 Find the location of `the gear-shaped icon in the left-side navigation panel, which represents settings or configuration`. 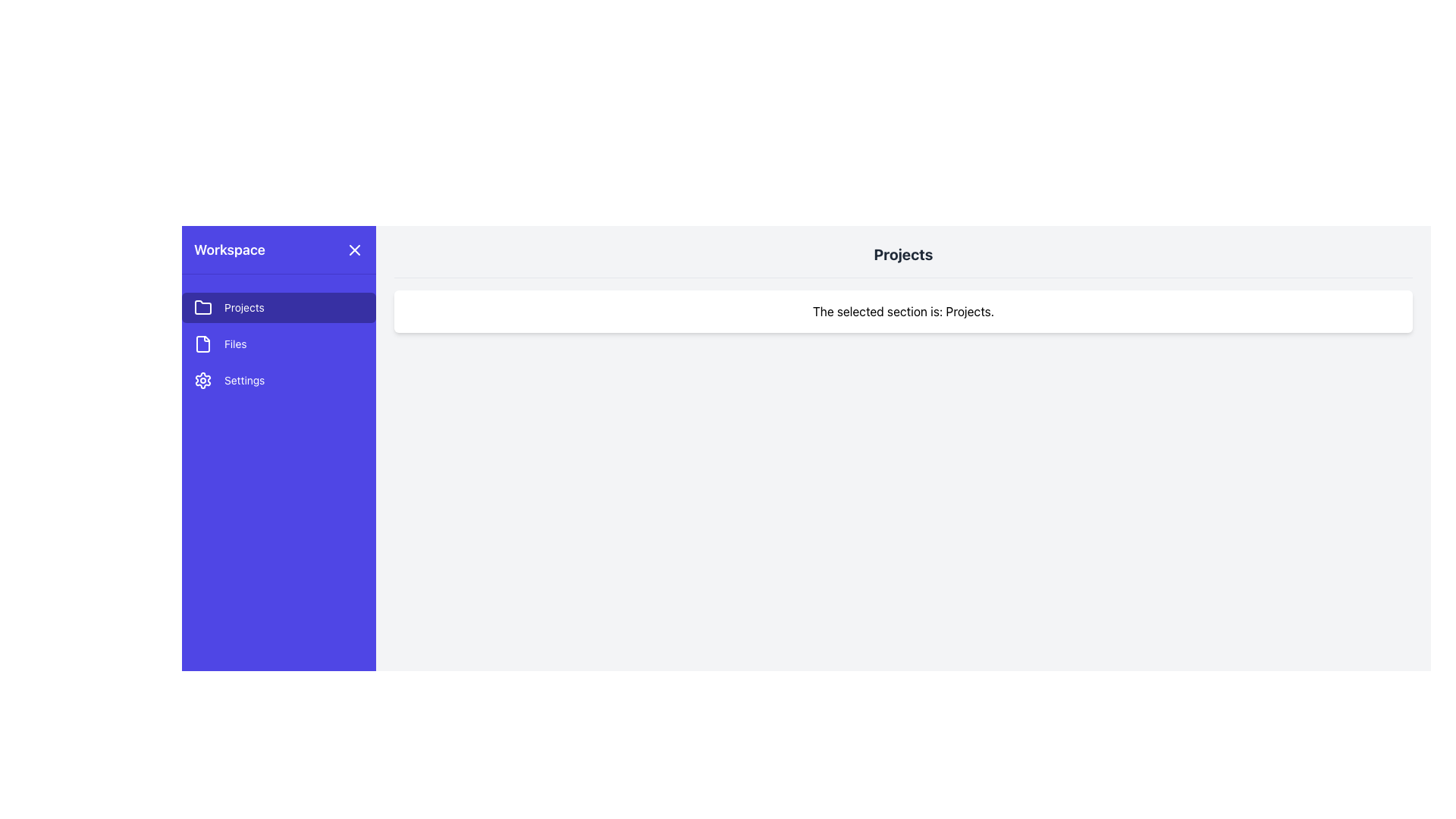

the gear-shaped icon in the left-side navigation panel, which represents settings or configuration is located at coordinates (202, 379).